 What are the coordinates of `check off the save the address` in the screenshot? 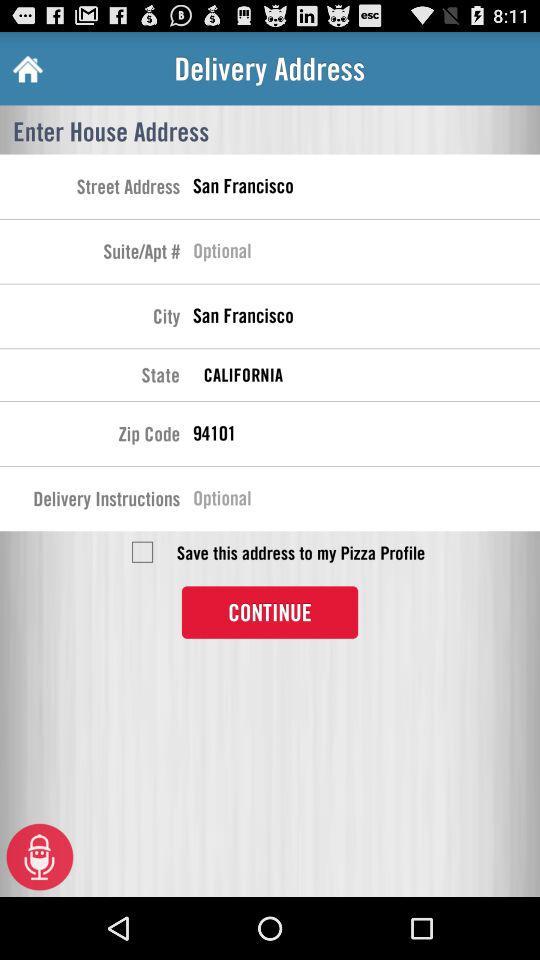 It's located at (141, 552).